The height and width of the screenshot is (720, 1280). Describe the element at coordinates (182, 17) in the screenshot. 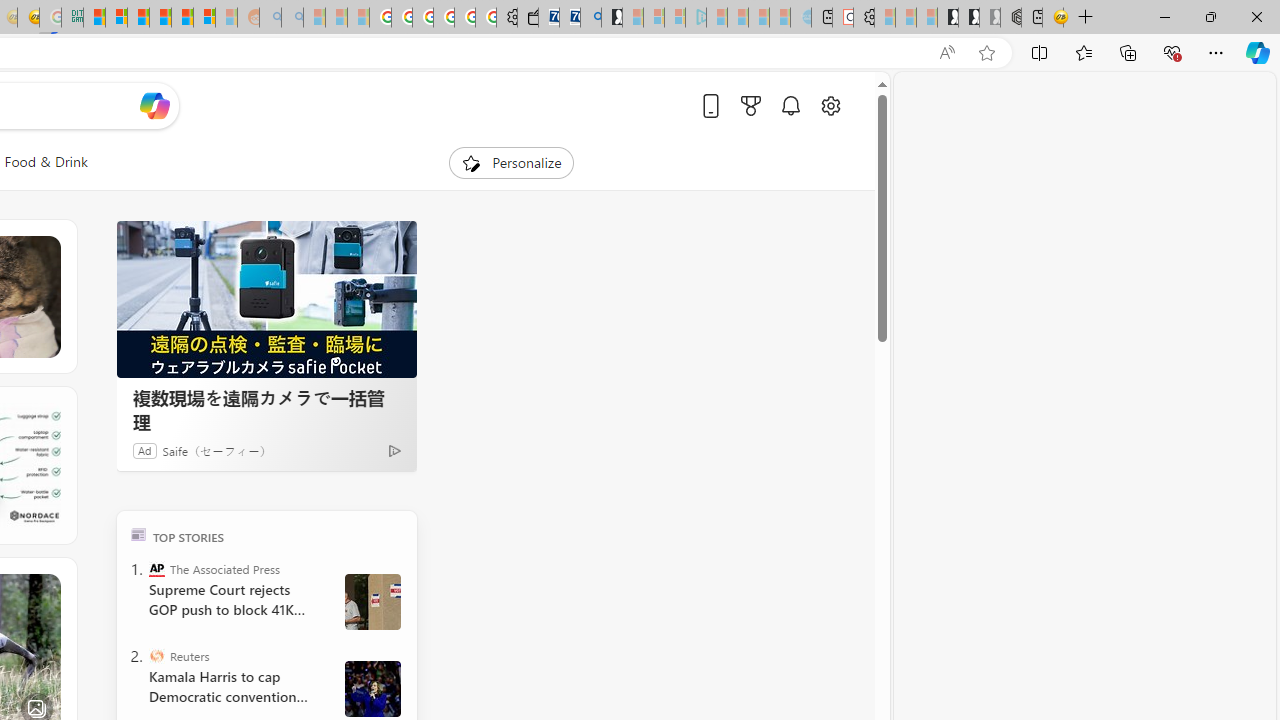

I see `'Kinda Frugal - MSN'` at that location.